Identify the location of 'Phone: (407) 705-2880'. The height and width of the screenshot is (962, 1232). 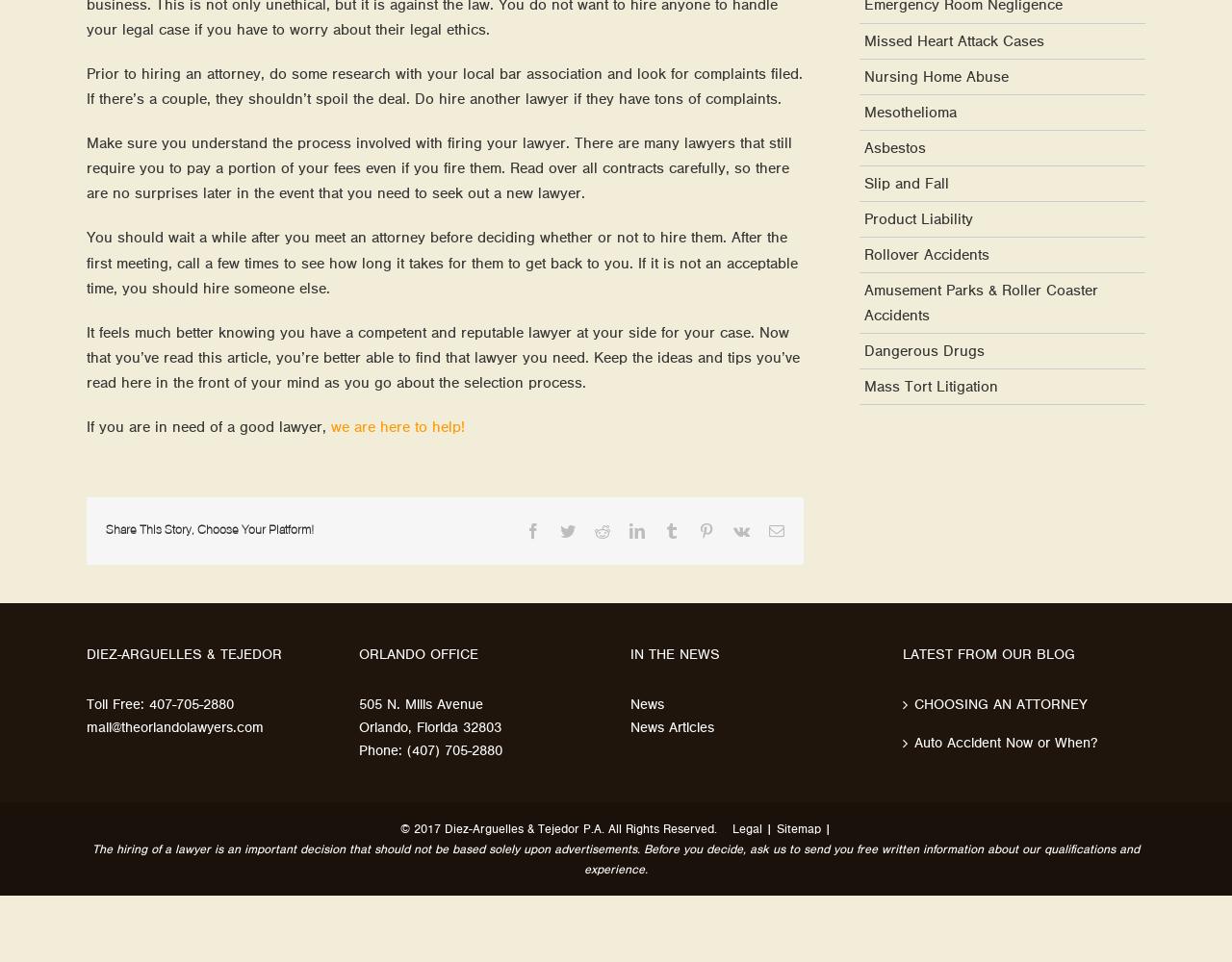
(357, 750).